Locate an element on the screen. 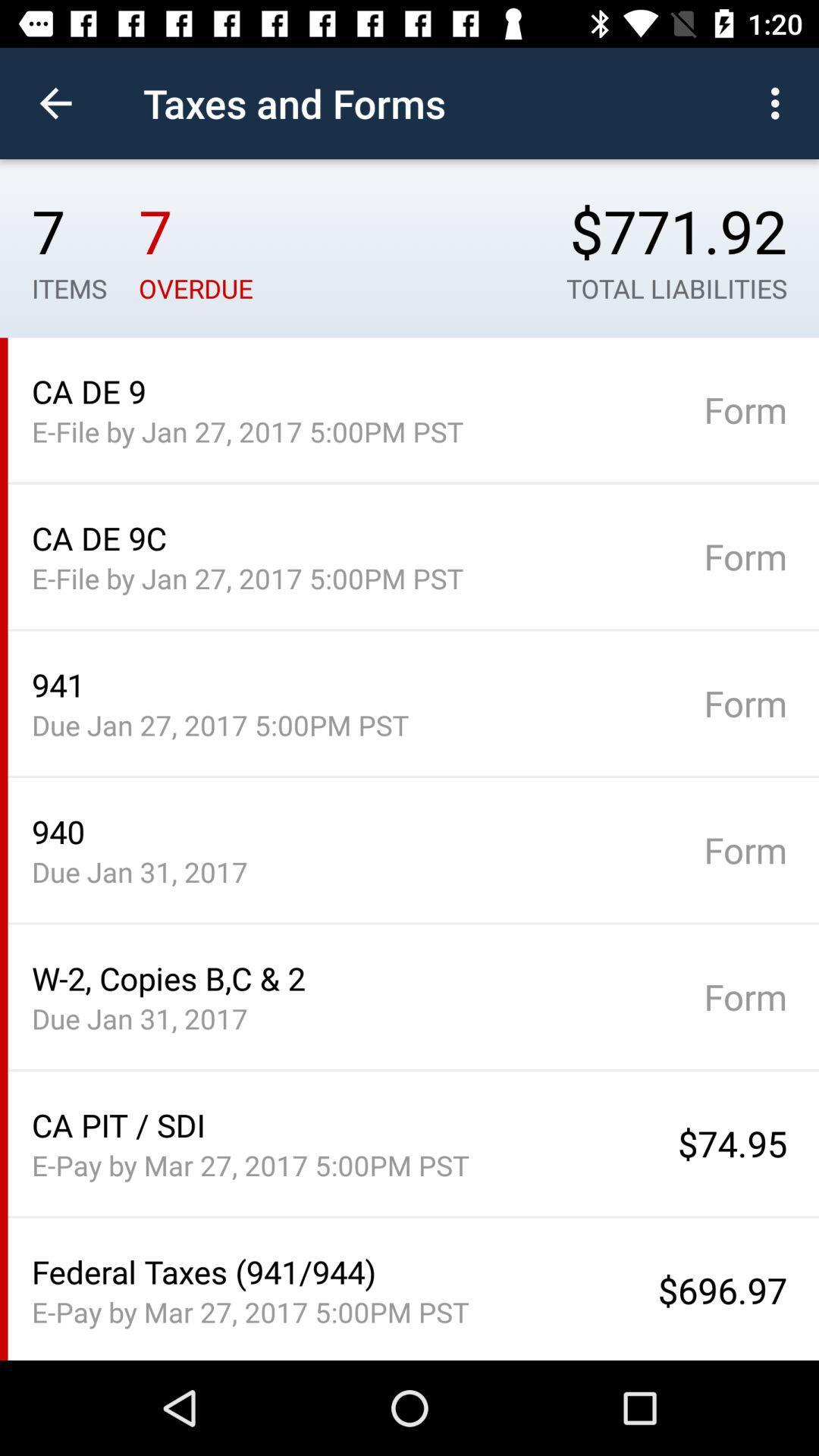 This screenshot has width=819, height=1456. icon to the right of the taxes and forms item is located at coordinates (779, 102).